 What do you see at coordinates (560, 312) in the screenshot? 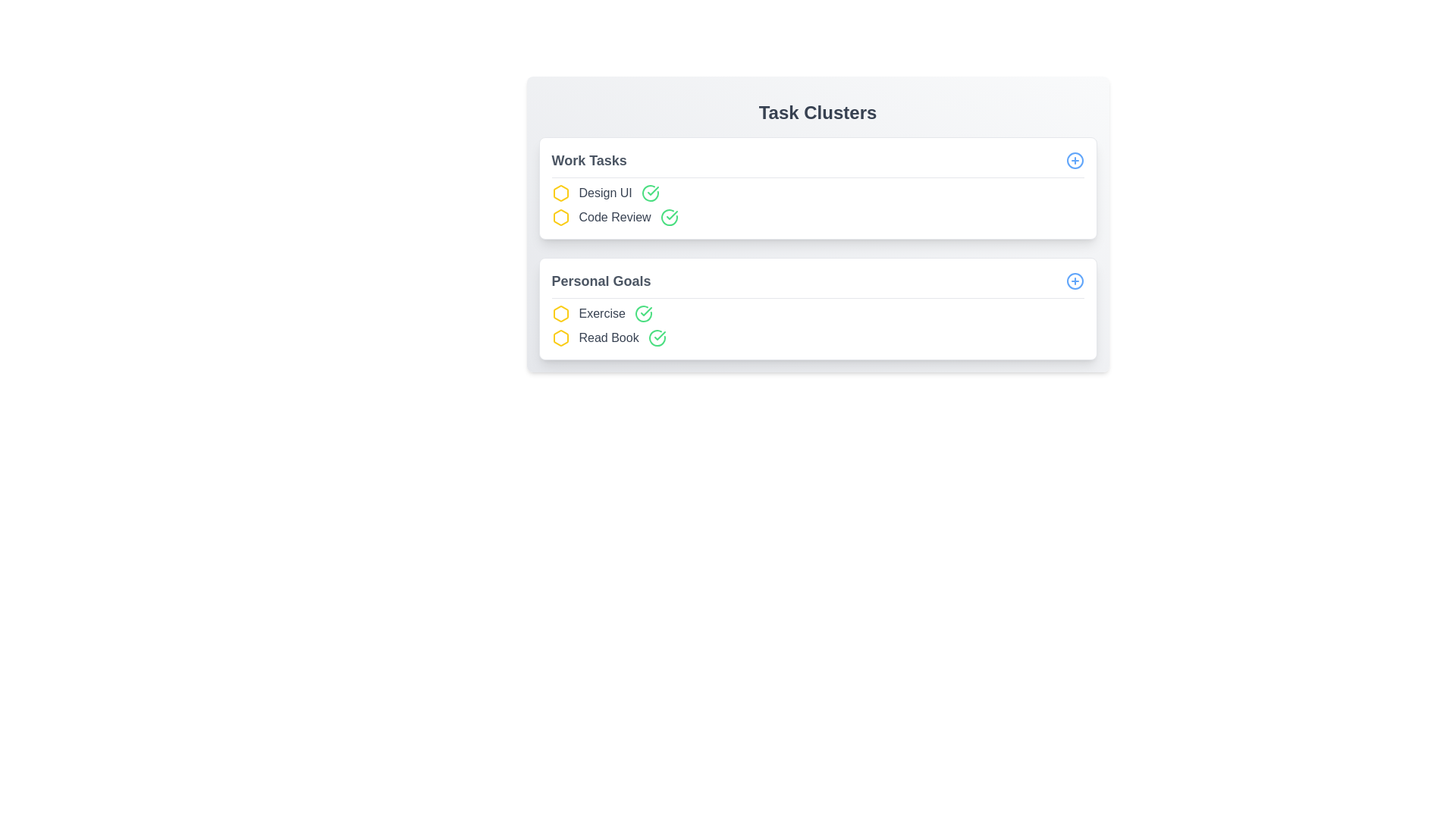
I see `the icon associated with Exercise` at bounding box center [560, 312].